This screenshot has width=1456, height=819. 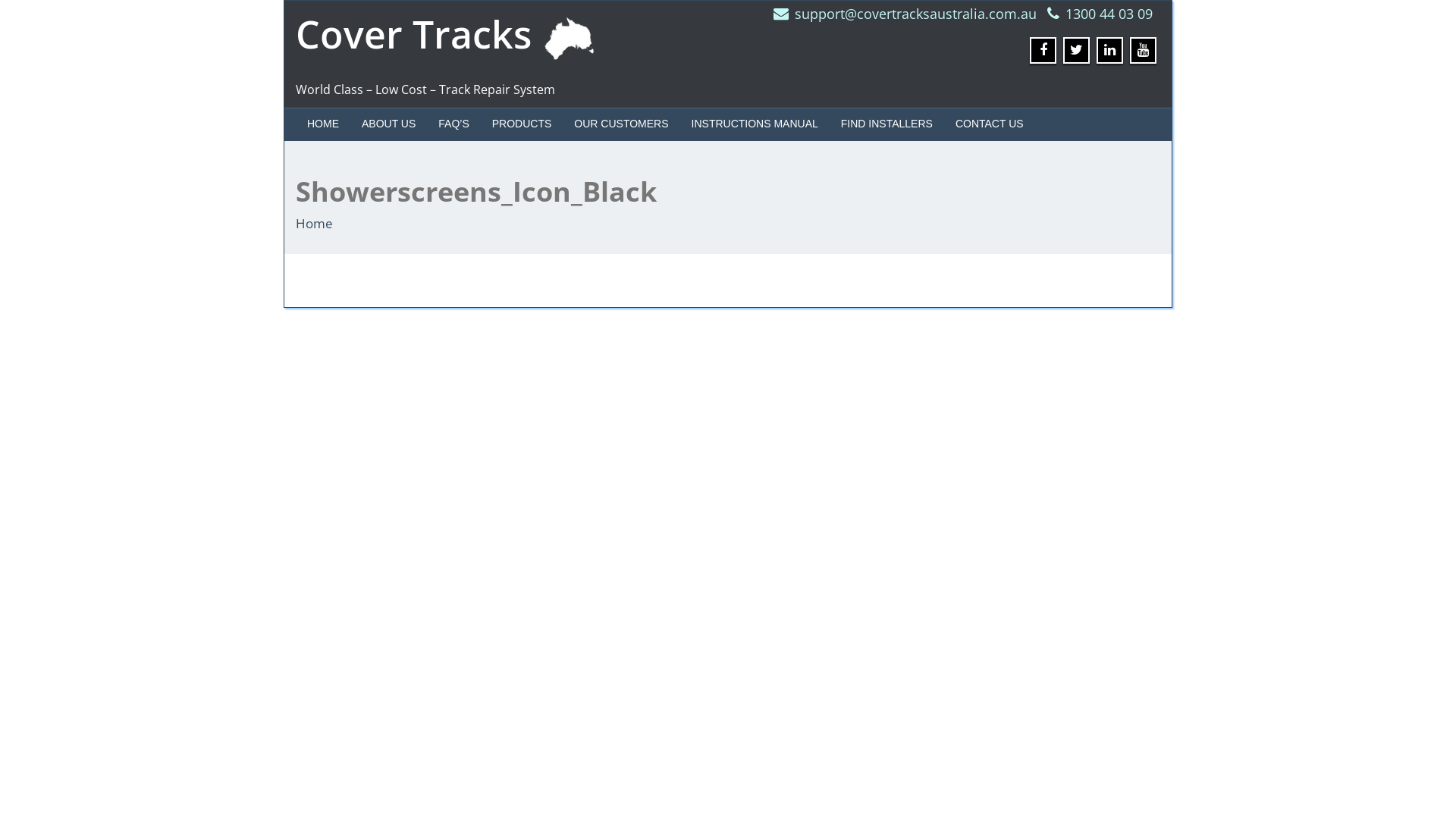 I want to click on 'Linkedin', so click(x=1109, y=49).